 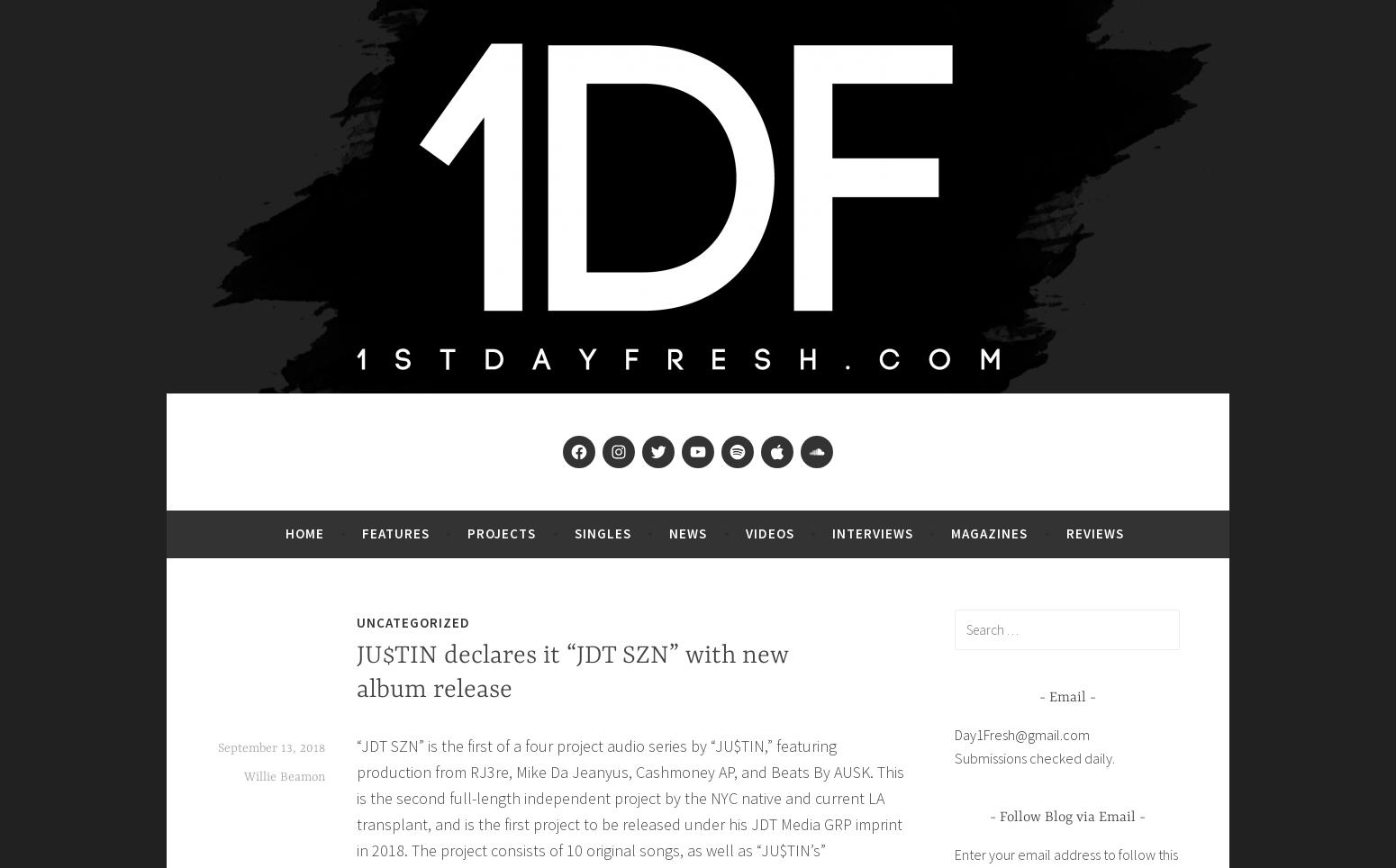 I want to click on 'Features', so click(x=395, y=531).